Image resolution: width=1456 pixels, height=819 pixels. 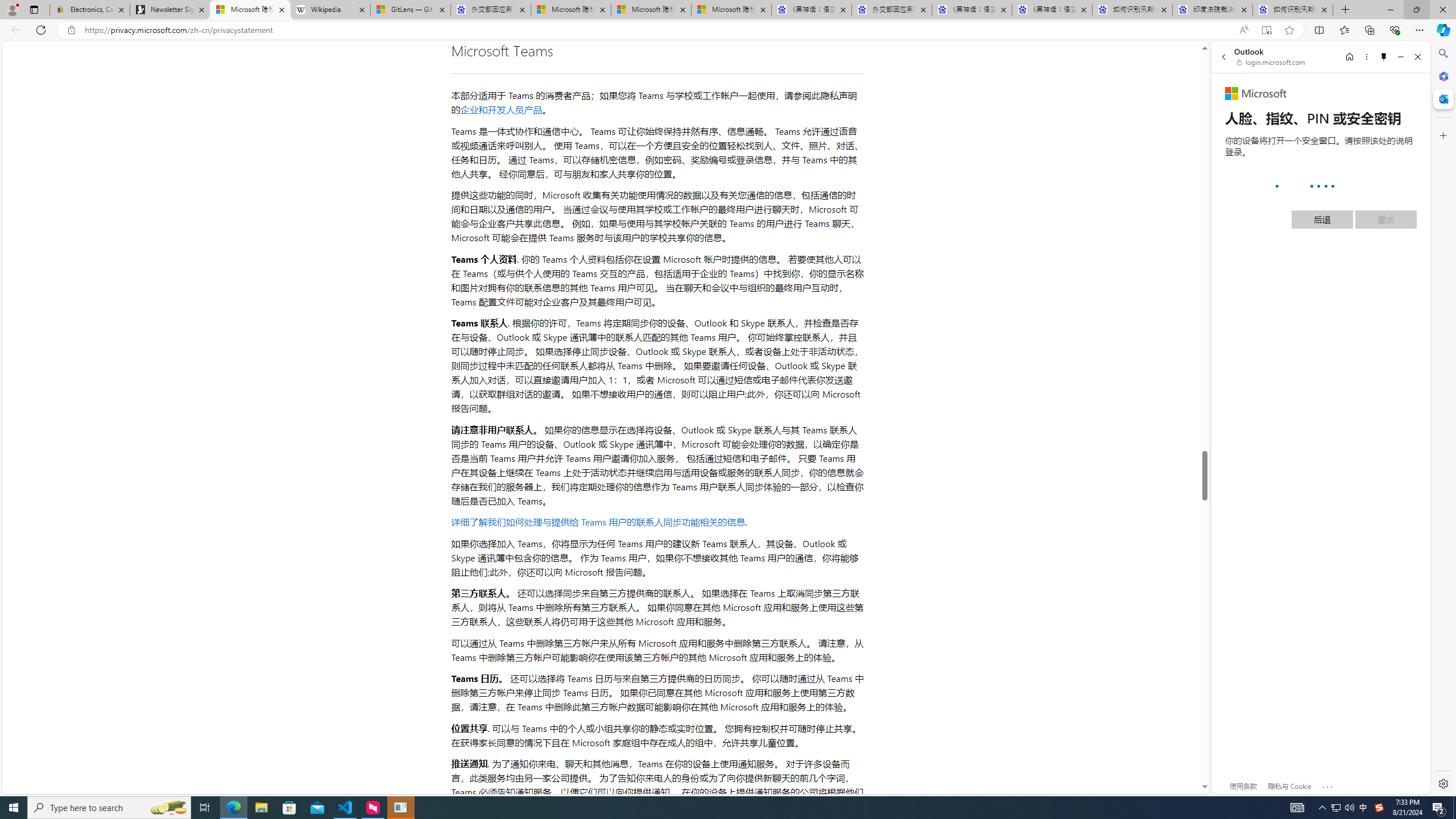 What do you see at coordinates (169, 9) in the screenshot?
I see `'Newsletter Sign Up'` at bounding box center [169, 9].